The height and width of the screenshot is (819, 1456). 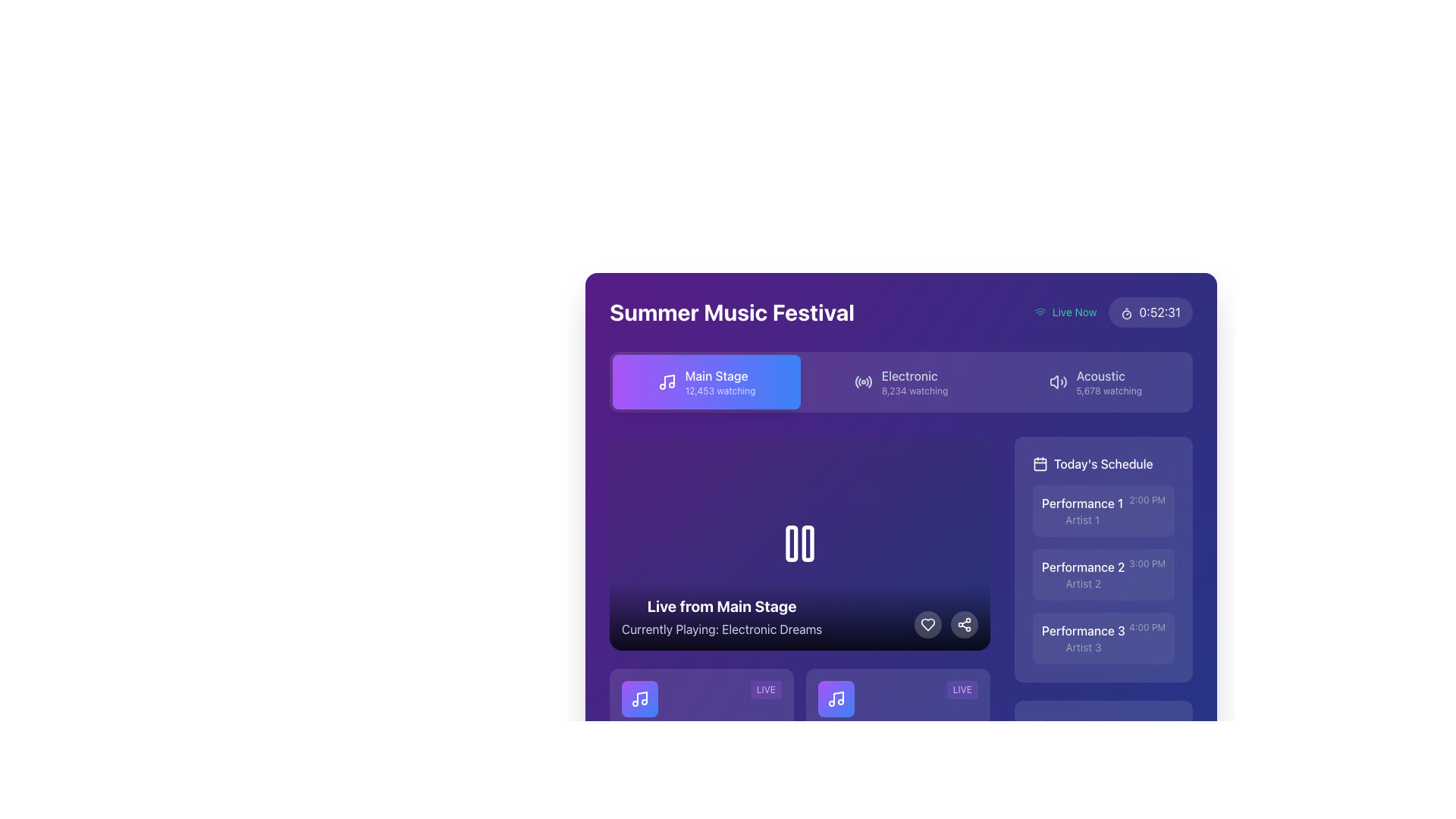 I want to click on the musical note icon with a rounded square gradient background transitioning from purple to blue, so click(x=836, y=698).